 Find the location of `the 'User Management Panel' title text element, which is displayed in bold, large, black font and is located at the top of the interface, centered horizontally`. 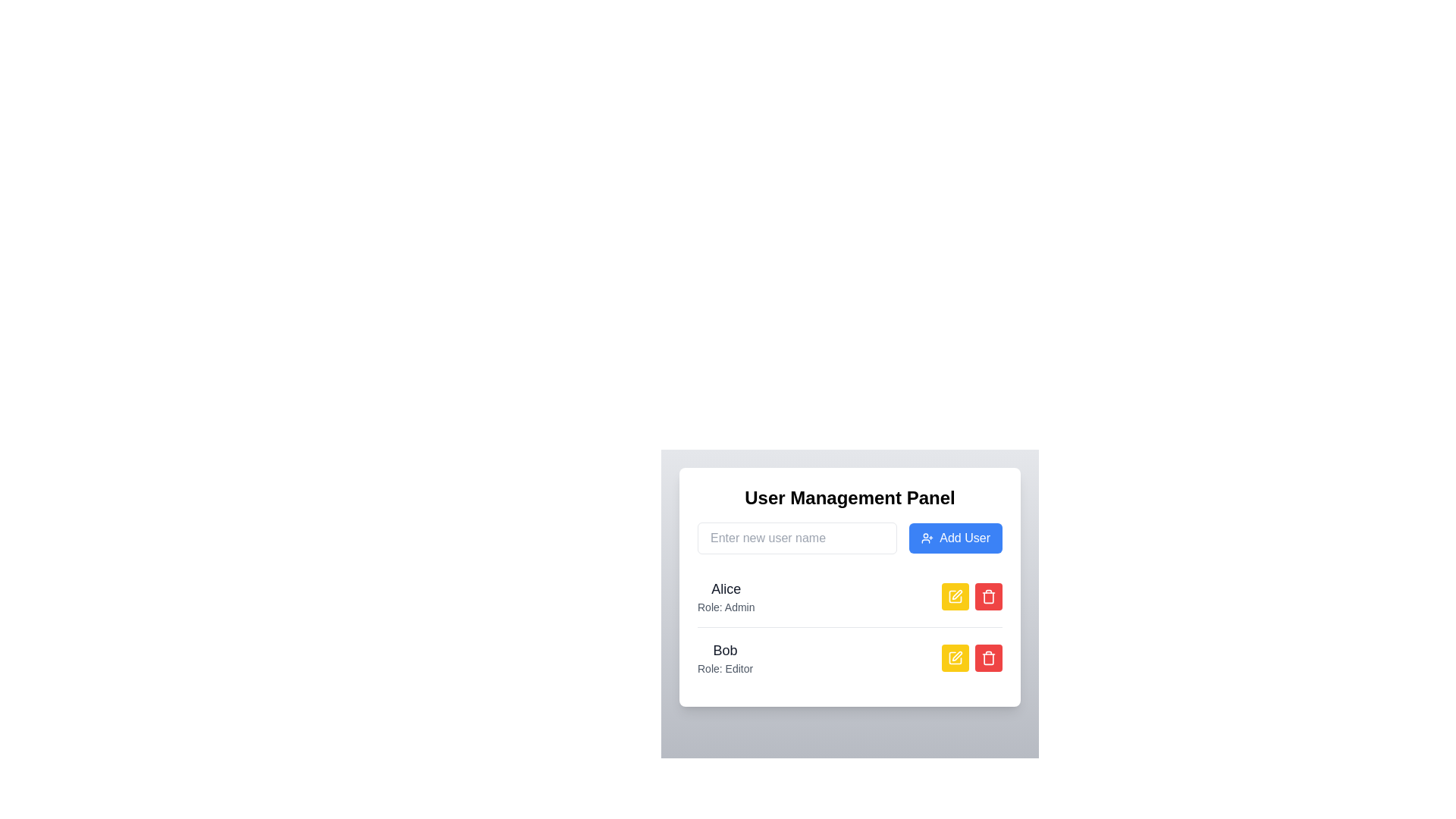

the 'User Management Panel' title text element, which is displayed in bold, large, black font and is located at the top of the interface, centered horizontally is located at coordinates (850, 497).